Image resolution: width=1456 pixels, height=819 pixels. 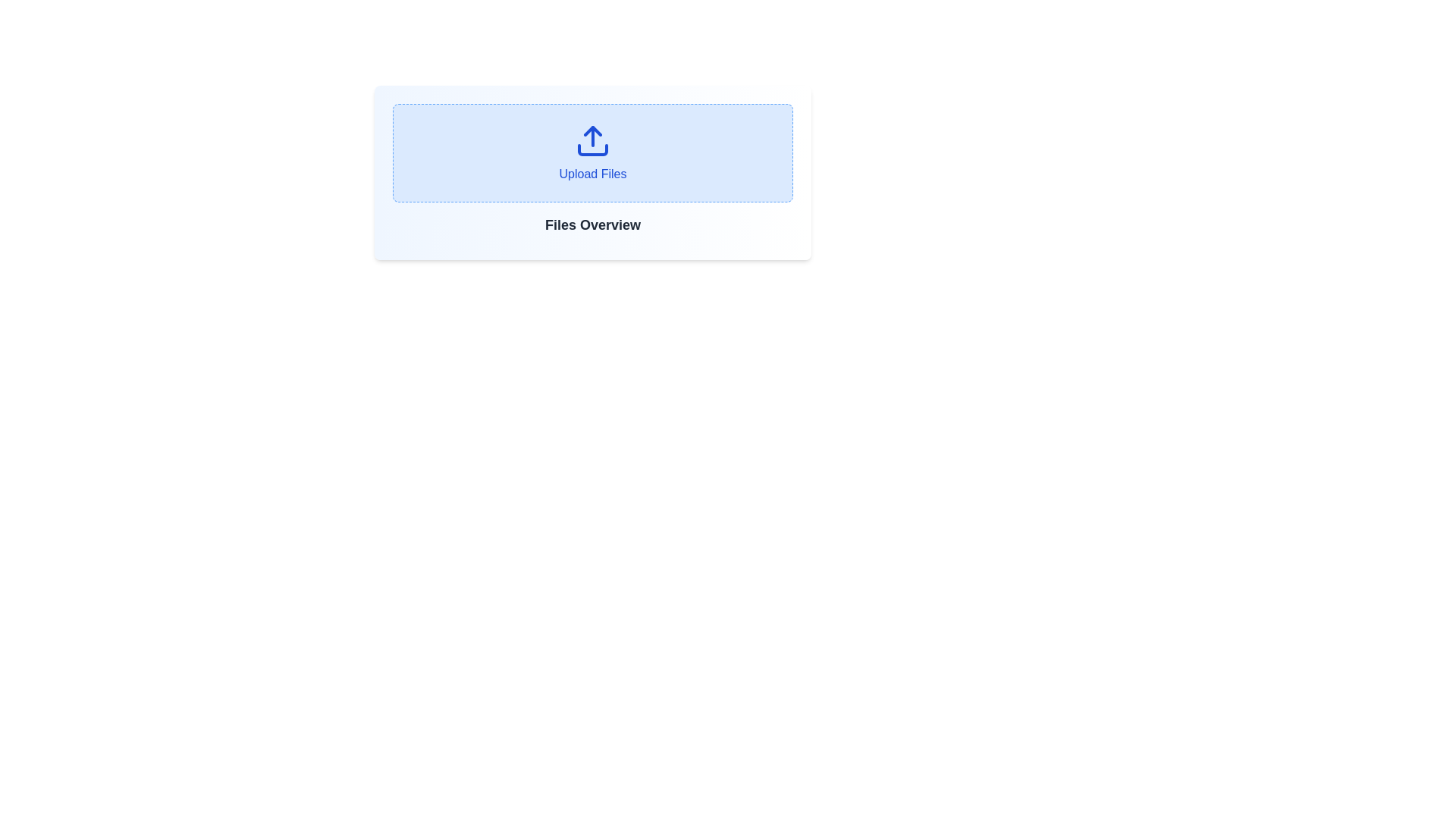 What do you see at coordinates (592, 130) in the screenshot?
I see `the triangular component of the upload icon, which is blue and depicts an upward arrow, located above the vertical line and below the horizontal line in the 'Upload Files' section` at bounding box center [592, 130].